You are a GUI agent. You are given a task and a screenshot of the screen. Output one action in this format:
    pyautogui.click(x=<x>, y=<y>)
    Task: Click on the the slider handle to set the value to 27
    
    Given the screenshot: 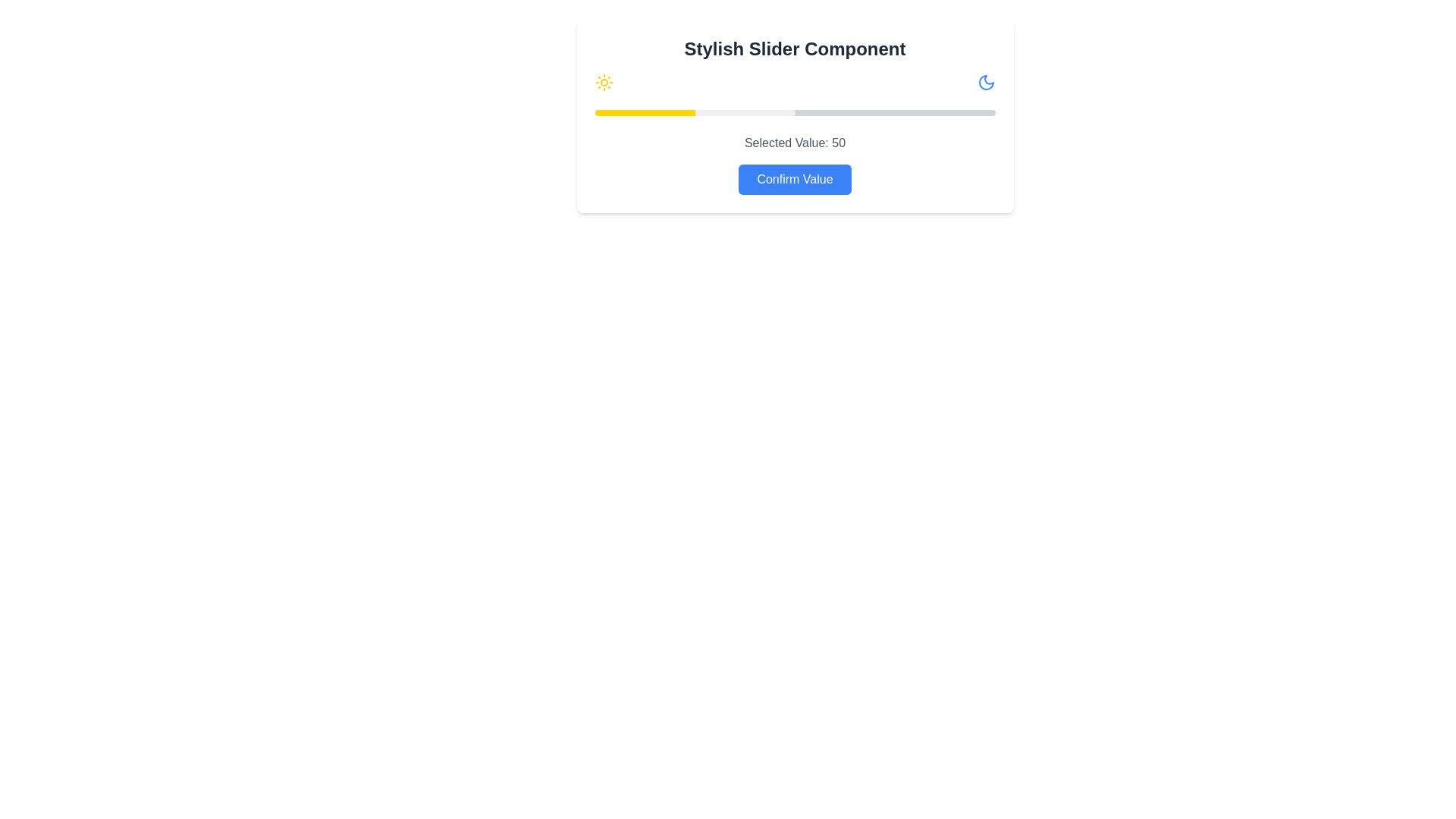 What is the action you would take?
    pyautogui.click(x=701, y=112)
    